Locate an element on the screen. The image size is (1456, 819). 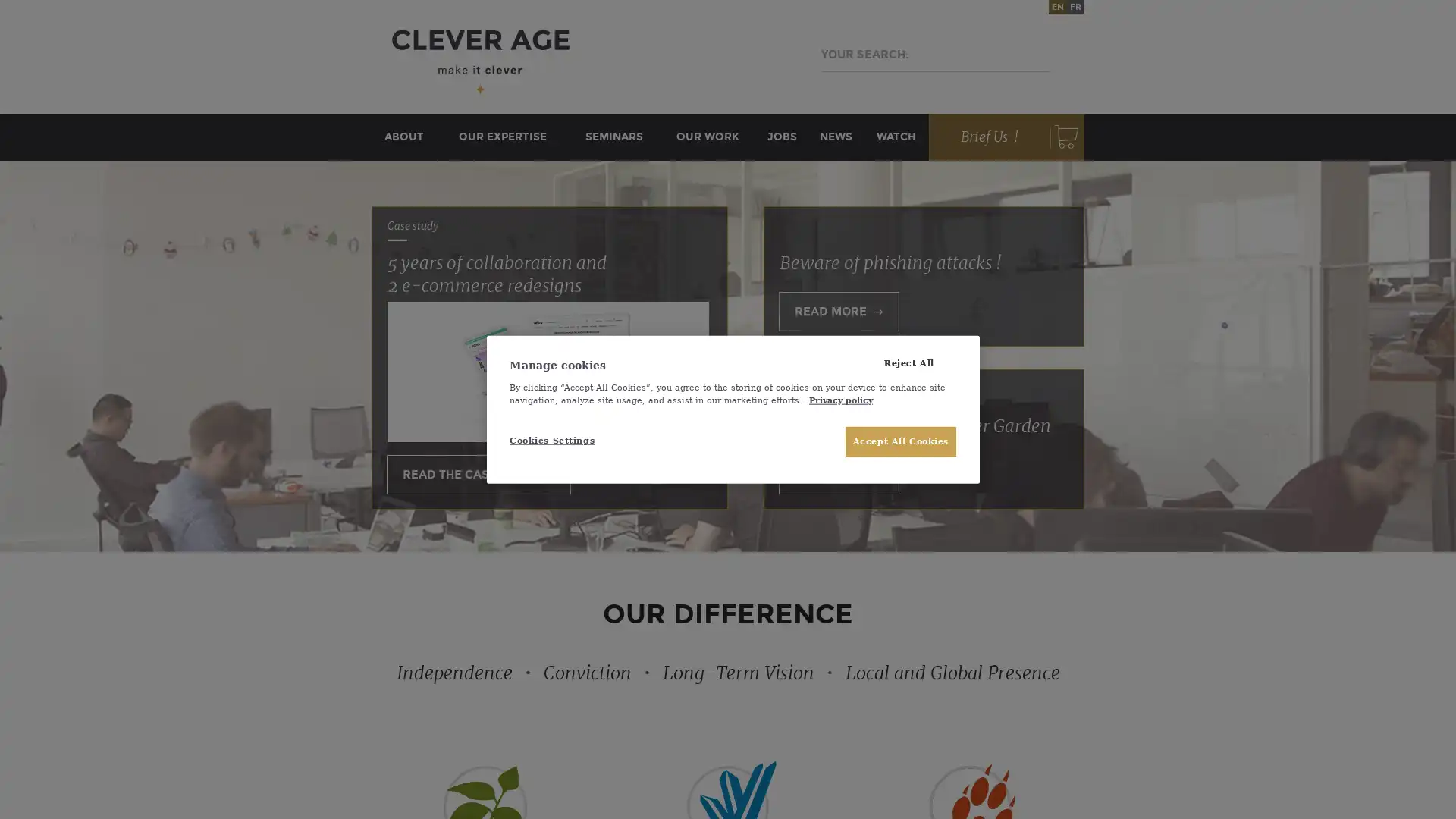
Start searching is located at coordinates (1030, 54).